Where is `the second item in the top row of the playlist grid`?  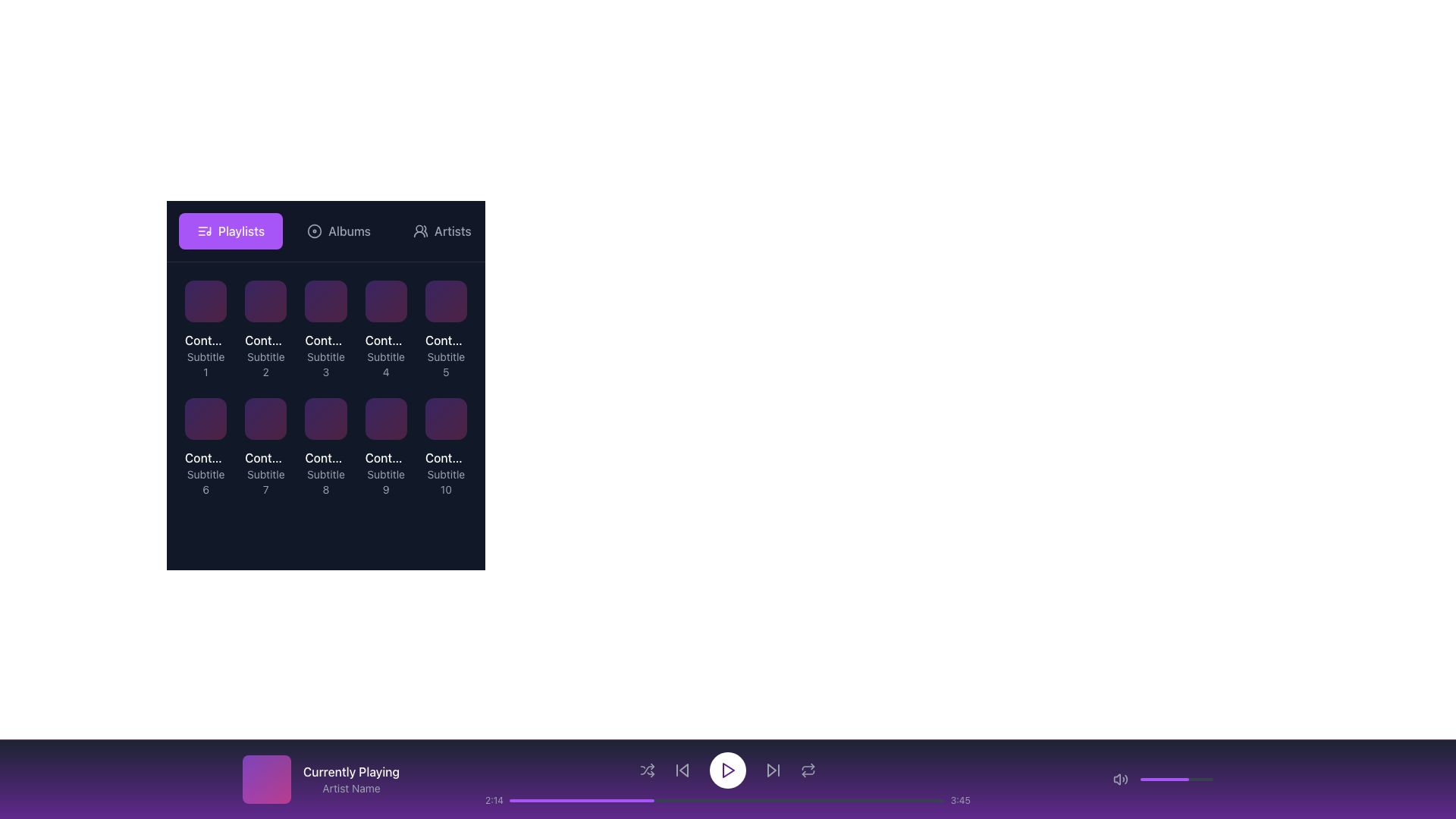
the second item in the top row of the playlist grid is located at coordinates (265, 301).